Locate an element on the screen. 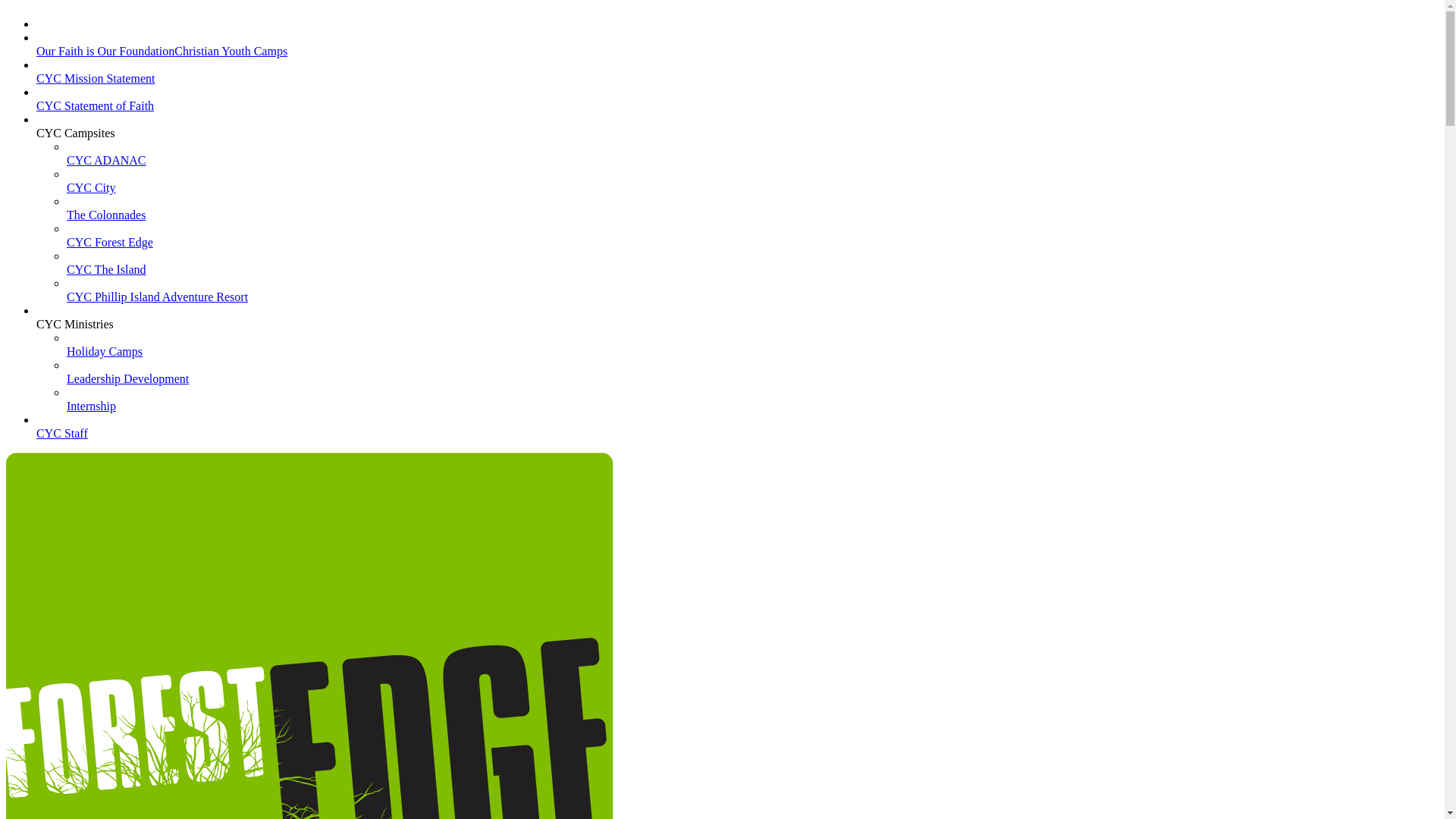 This screenshot has width=1456, height=819. 'CYC Ministries' is located at coordinates (74, 330).